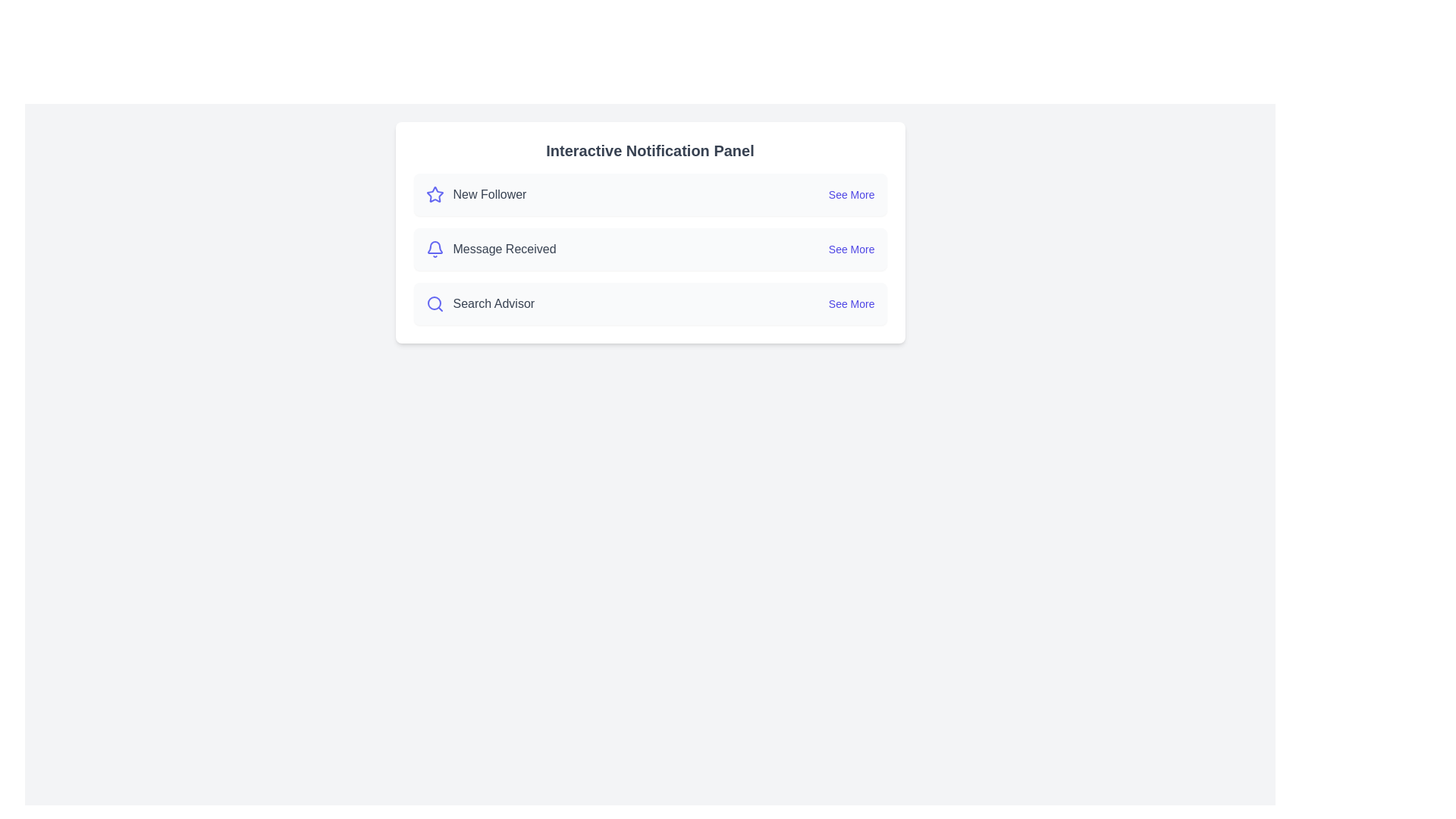 This screenshot has height=819, width=1456. What do you see at coordinates (852, 248) in the screenshot?
I see `the hyperlink located at the far right of the 'Message Received' notification` at bounding box center [852, 248].